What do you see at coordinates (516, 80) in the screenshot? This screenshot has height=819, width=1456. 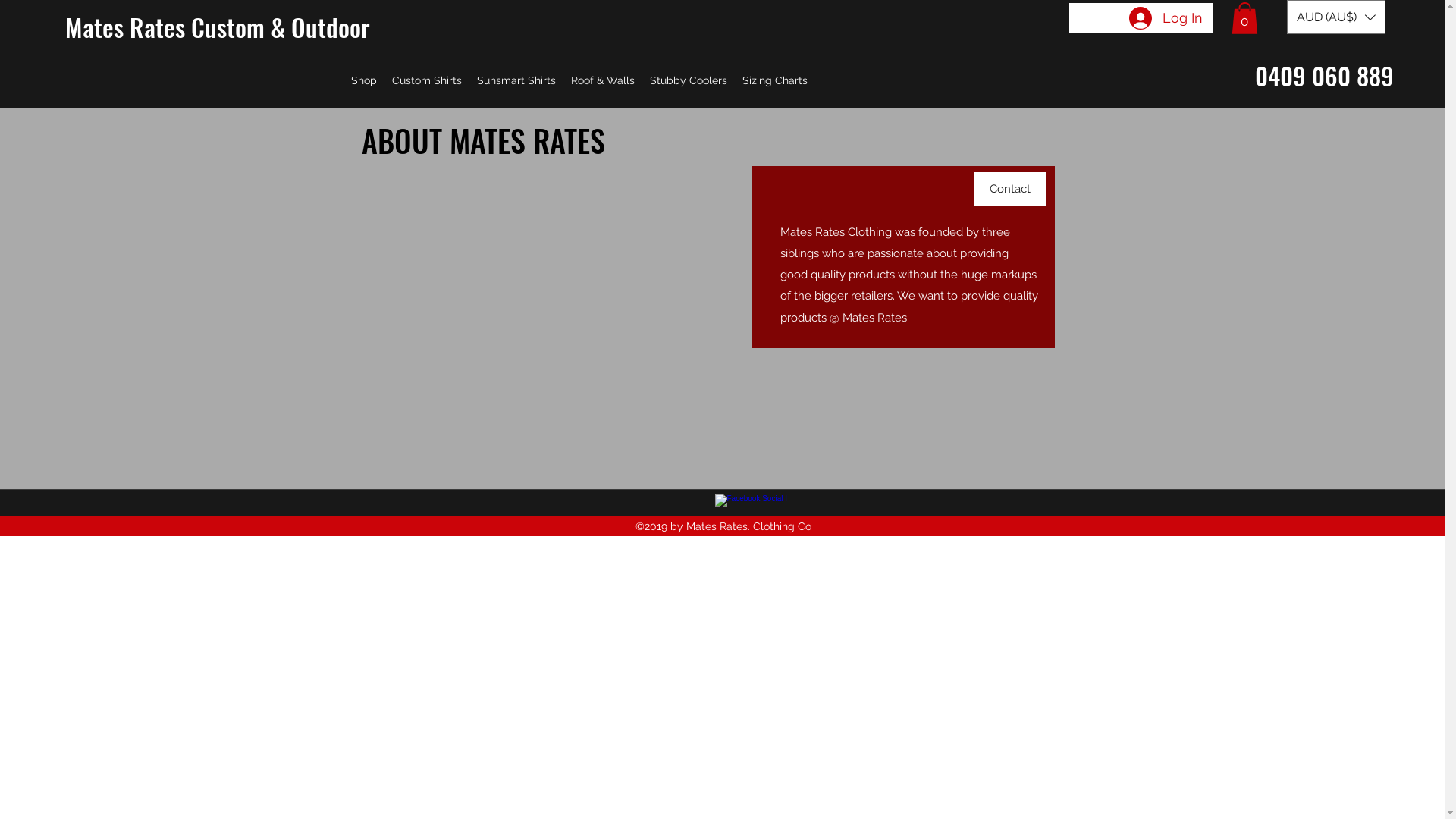 I see `'Sunsmart Shirts'` at bounding box center [516, 80].